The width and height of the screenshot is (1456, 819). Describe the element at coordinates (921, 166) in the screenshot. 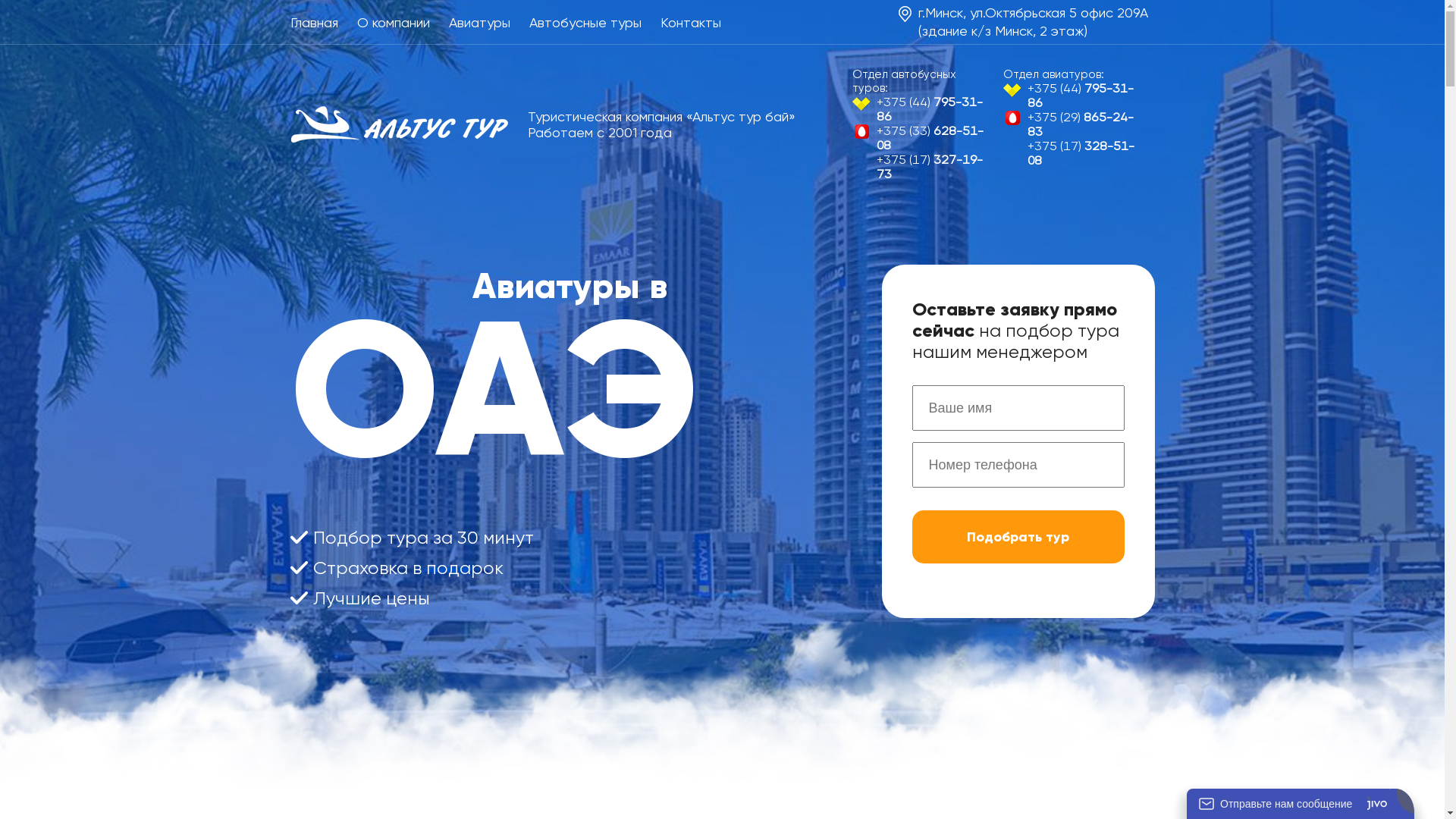

I see `'+375 (17) 327-19-73'` at that location.